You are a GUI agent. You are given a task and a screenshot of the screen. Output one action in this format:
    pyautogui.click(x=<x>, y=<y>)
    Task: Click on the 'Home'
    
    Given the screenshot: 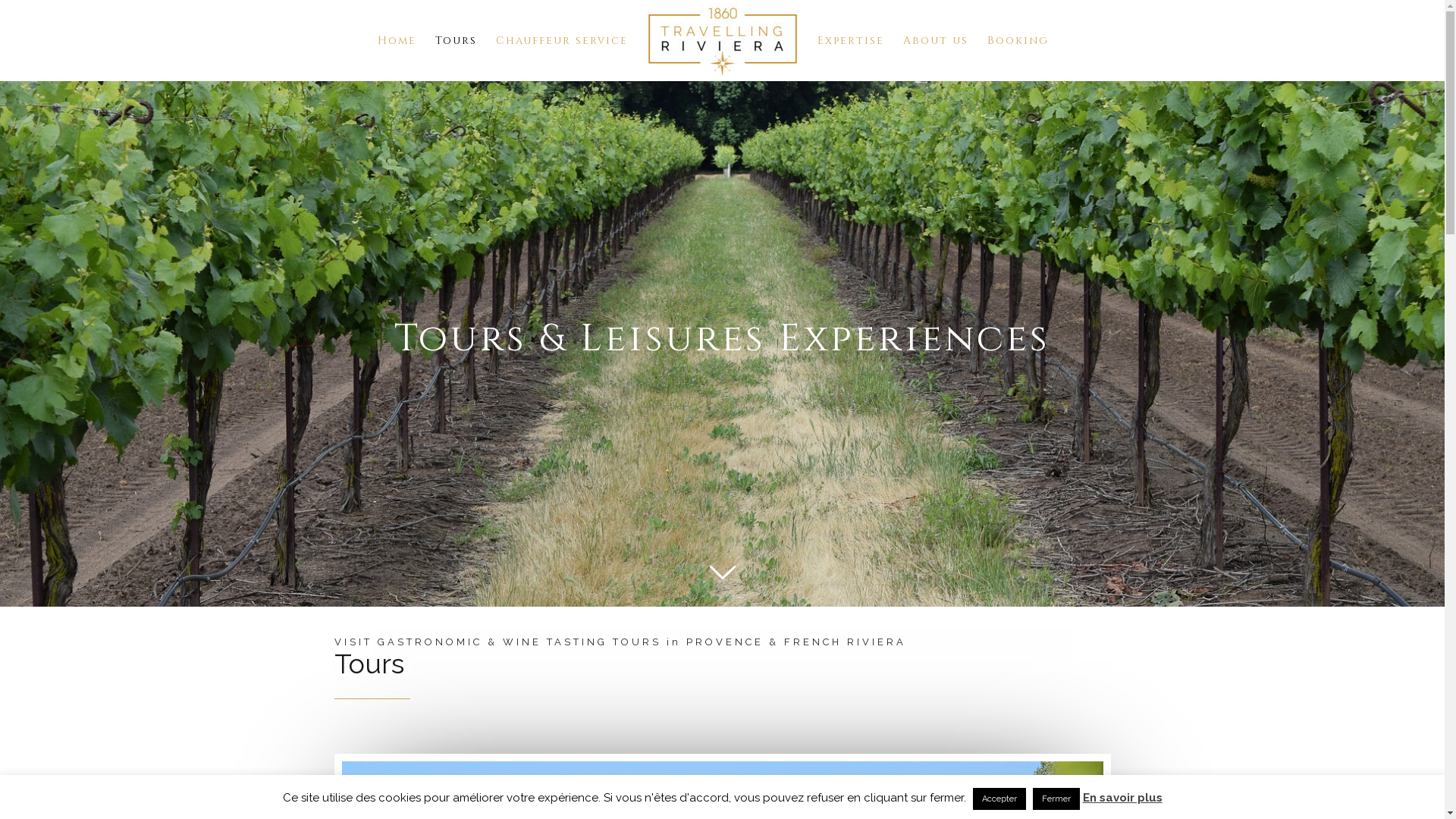 What is the action you would take?
    pyautogui.click(x=397, y=40)
    